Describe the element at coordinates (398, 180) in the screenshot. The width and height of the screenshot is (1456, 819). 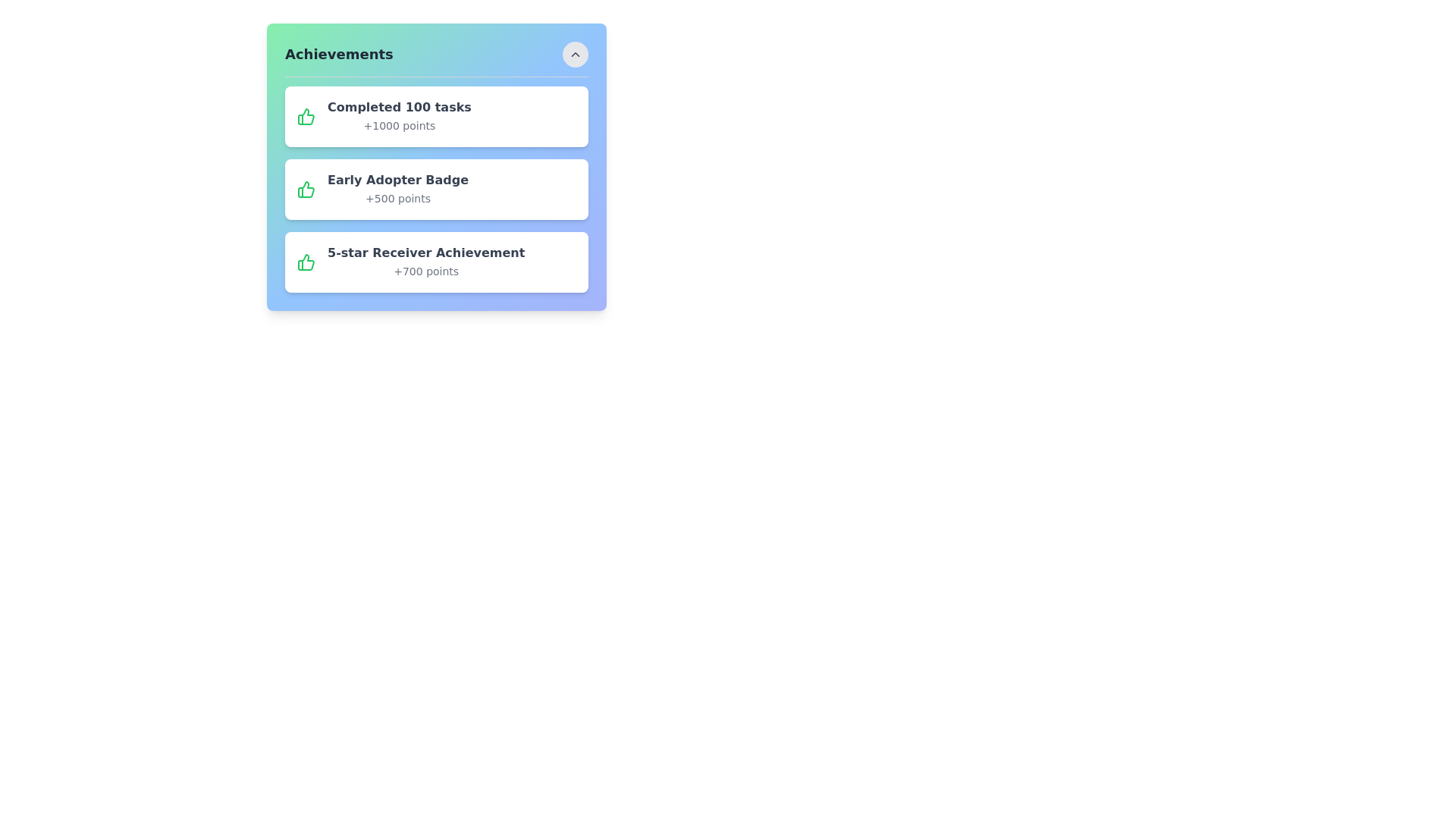
I see `the Text label that identifies the achievement titled '+500 points', which is located in the second achievement card, positioned below 'Completed 100 tasks' and above '5-star Receiver Achievement'` at that location.